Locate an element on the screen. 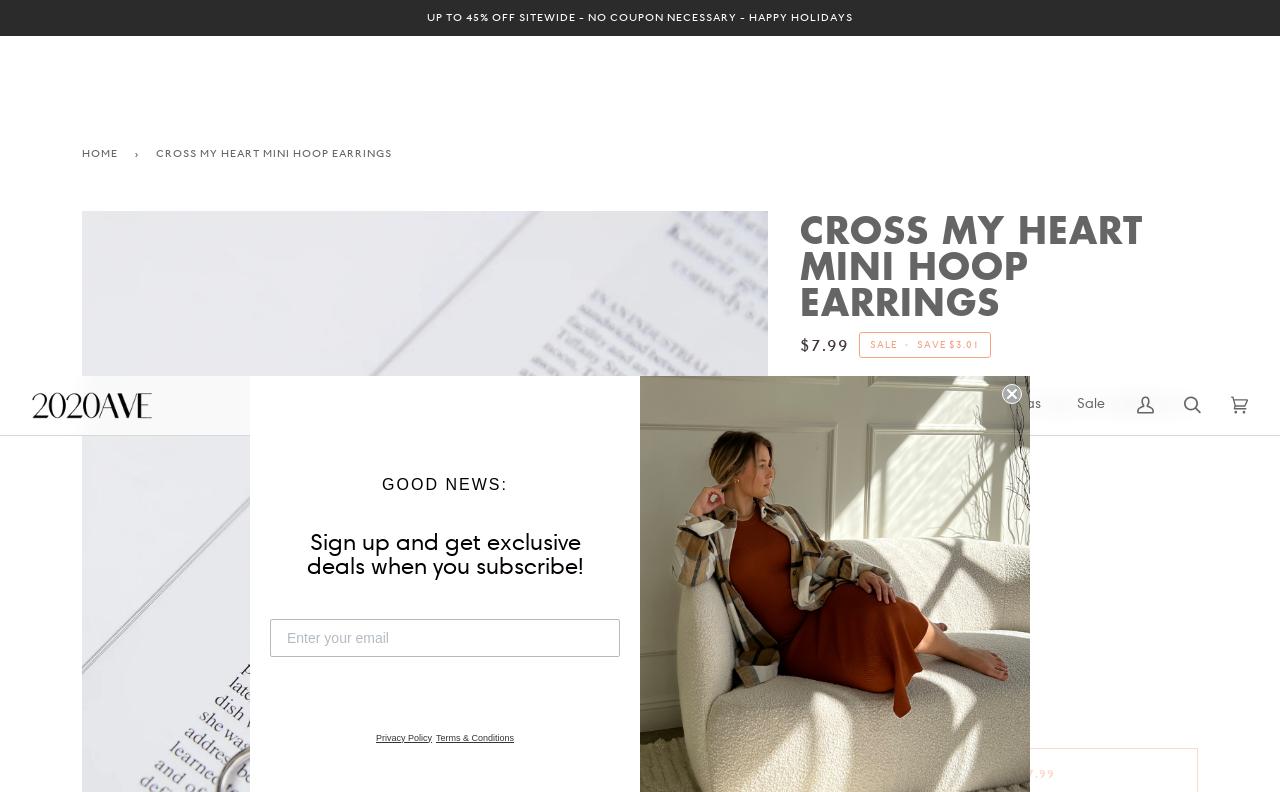 This screenshot has width=1280, height=792. 'SIZE' is located at coordinates (797, 181).